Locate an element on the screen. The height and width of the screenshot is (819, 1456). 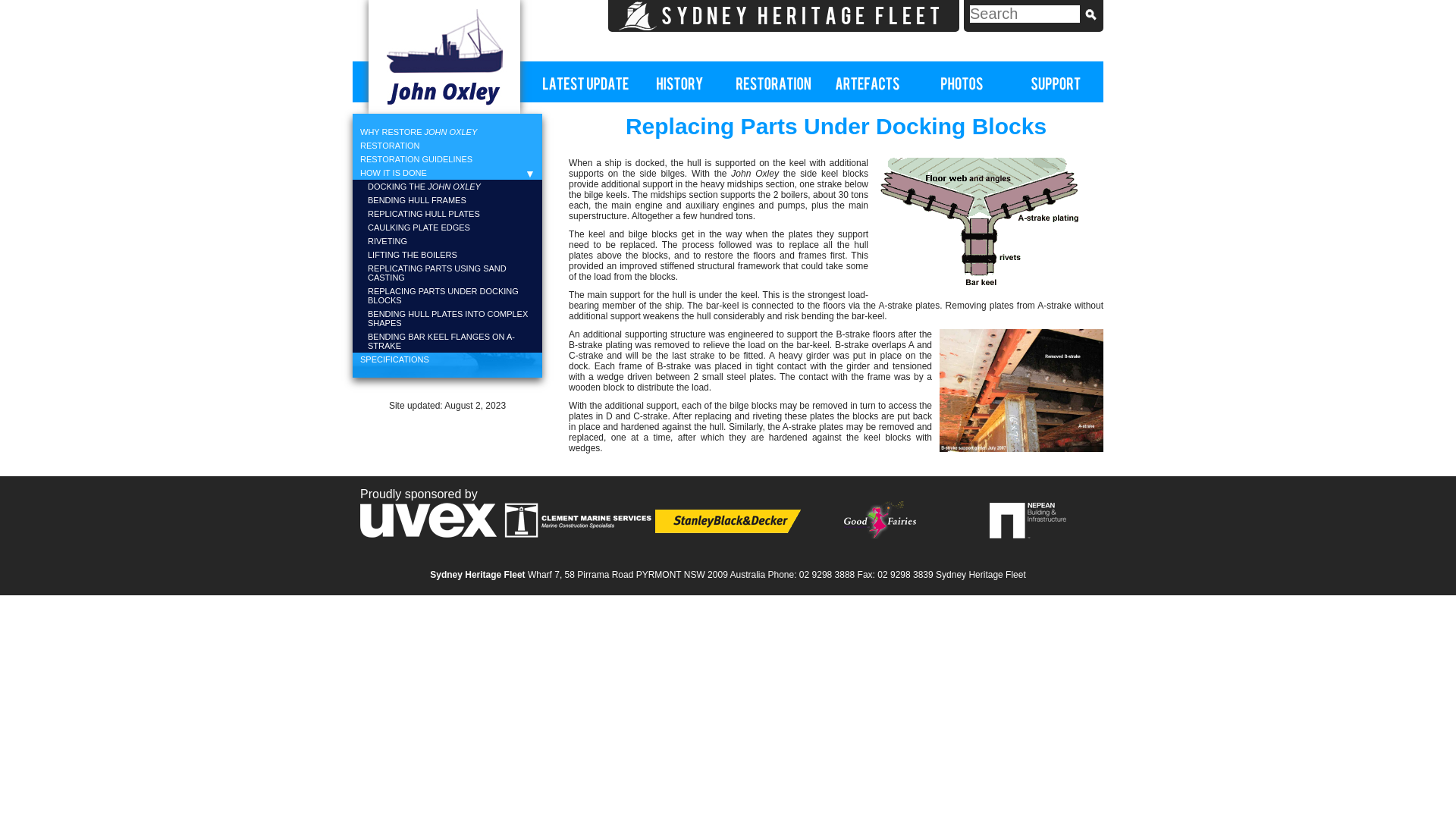
'HOW IT IS DONE' is located at coordinates (447, 171).